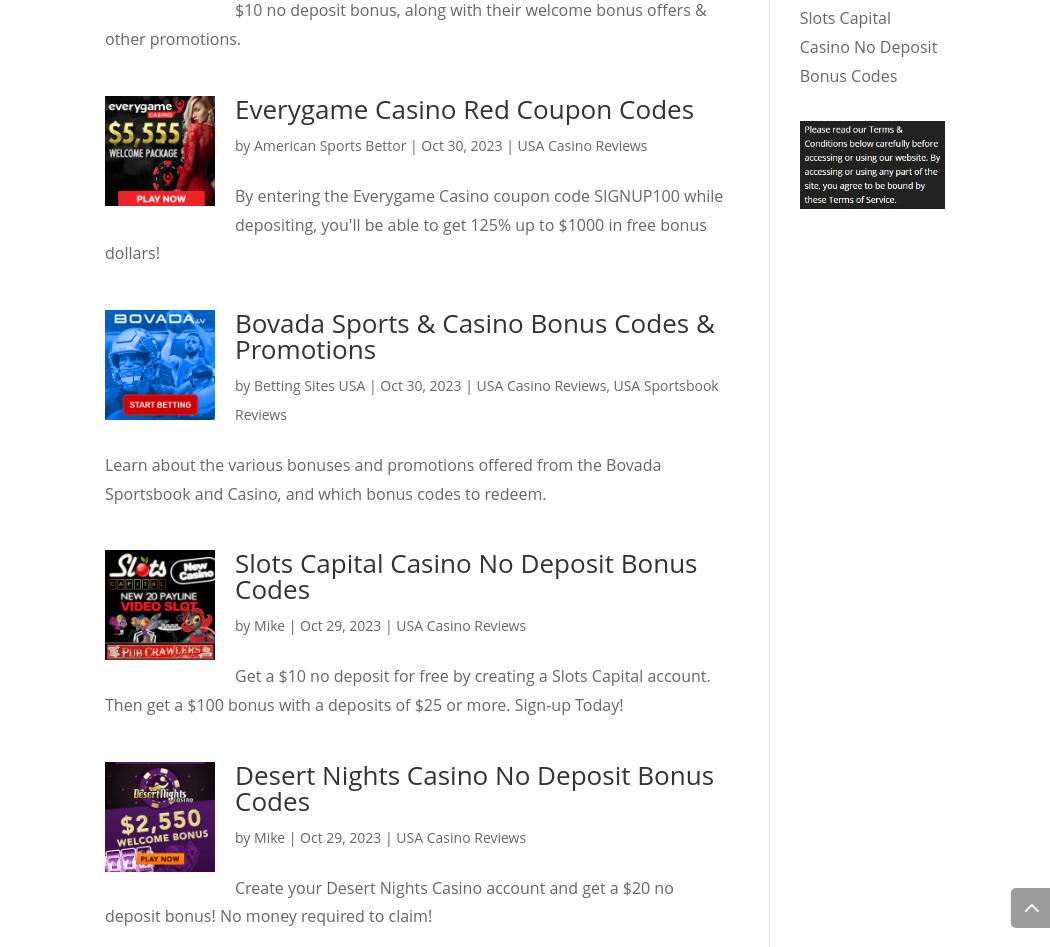 This screenshot has height=947, width=1050. What do you see at coordinates (407, 688) in the screenshot?
I see `'Get a $10 no deposit for free by creating a Slots Capital account. Then get a $100 bonus with a deposits of $25 or more. Sign-up Today!'` at bounding box center [407, 688].